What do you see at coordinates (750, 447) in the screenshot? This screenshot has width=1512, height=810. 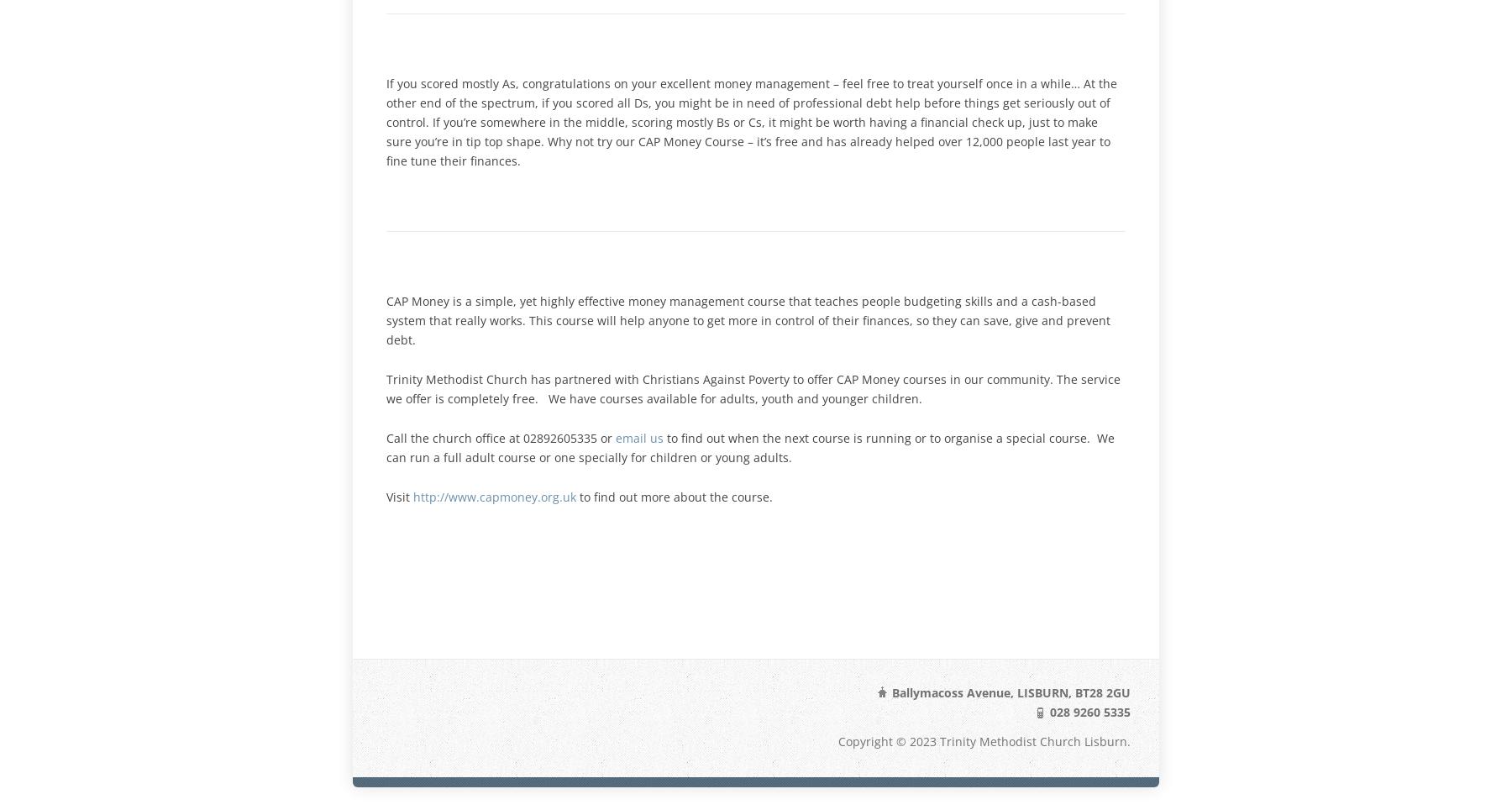 I see `'to find out when the next course is running or to organise a special course.  We can run a full adult course or one specially for children or young adults.'` at bounding box center [750, 447].